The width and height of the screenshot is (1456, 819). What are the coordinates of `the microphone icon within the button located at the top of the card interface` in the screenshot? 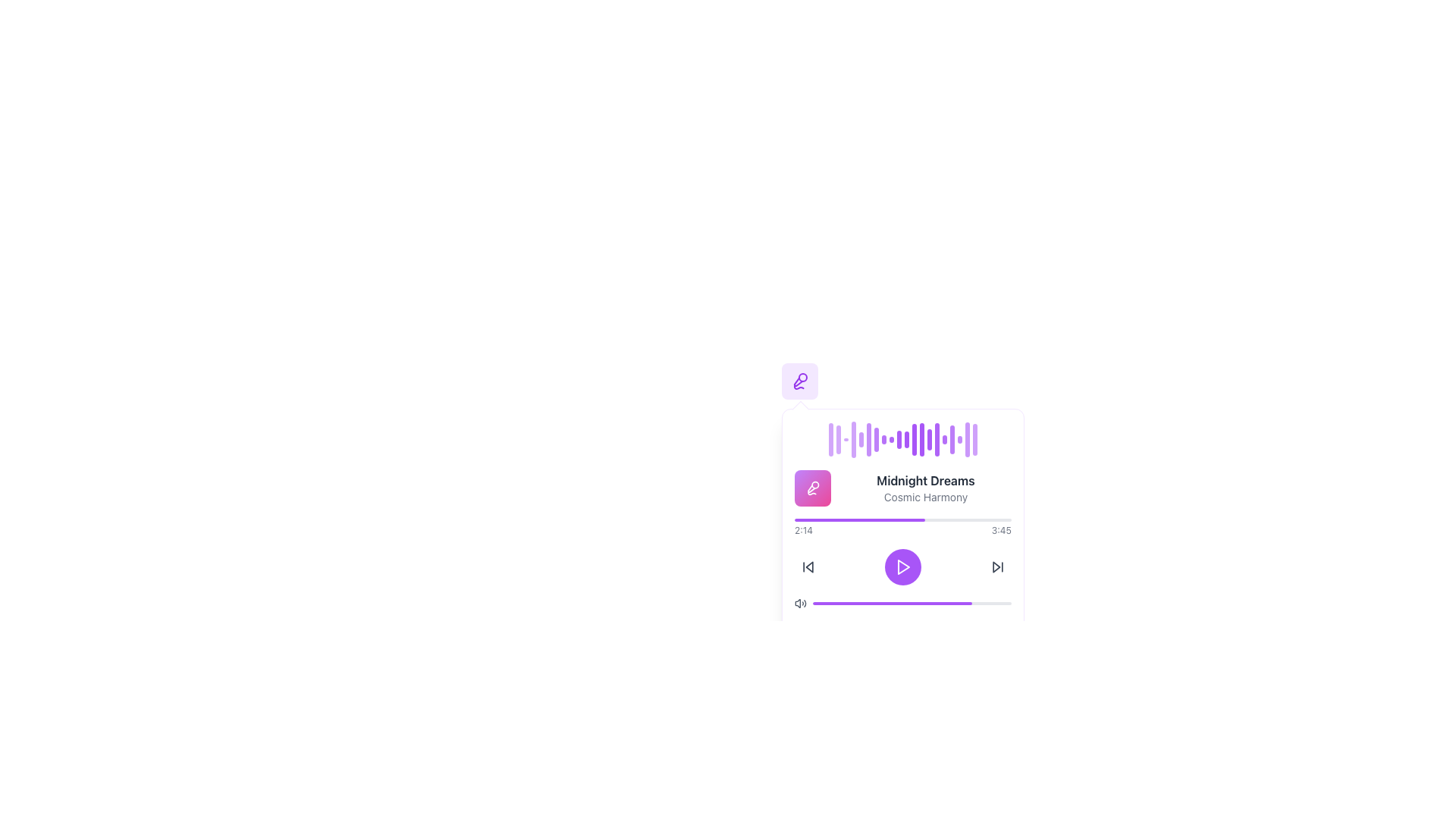 It's located at (811, 488).